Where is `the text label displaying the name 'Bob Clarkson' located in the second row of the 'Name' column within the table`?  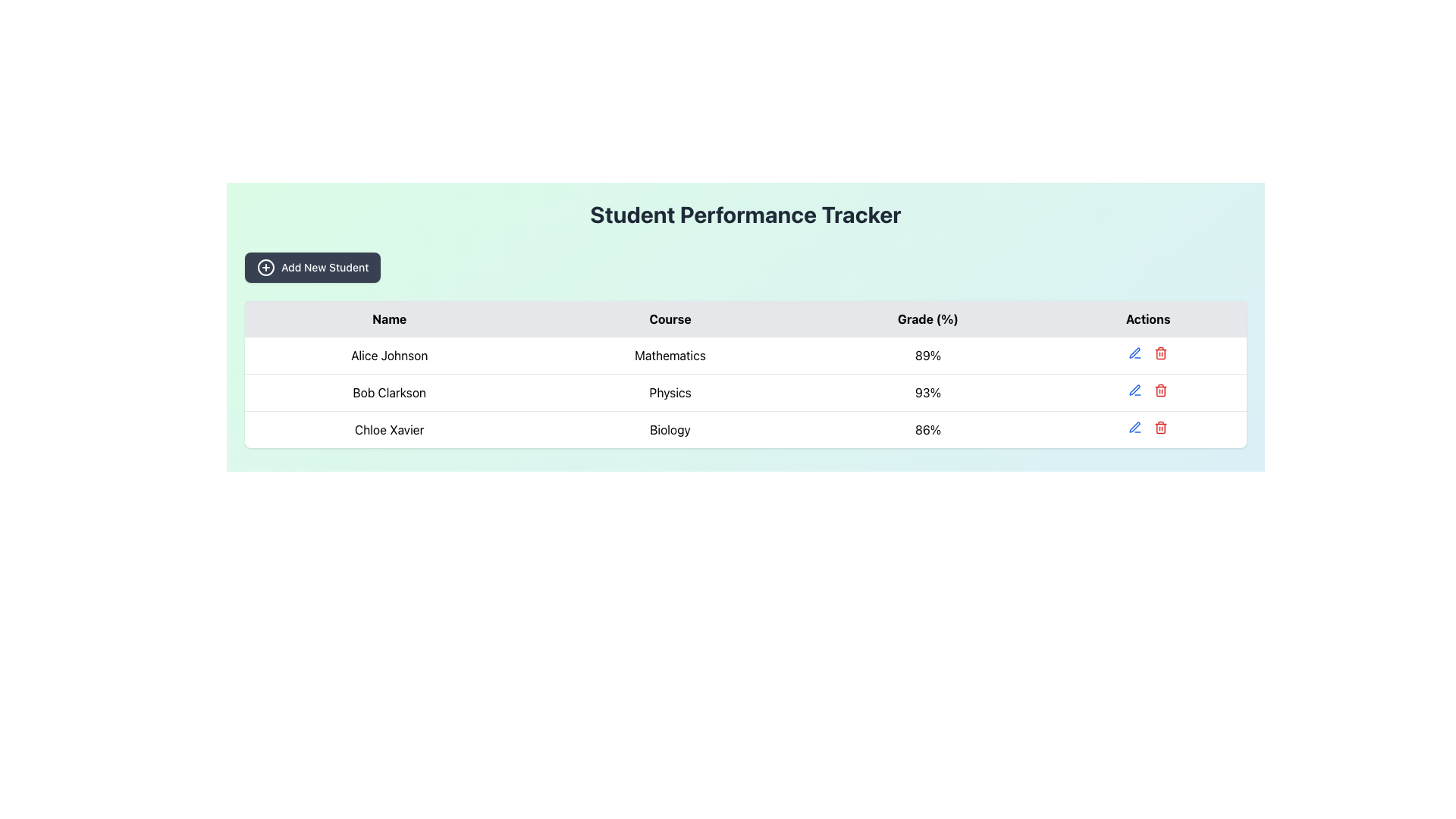 the text label displaying the name 'Bob Clarkson' located in the second row of the 'Name' column within the table is located at coordinates (389, 391).